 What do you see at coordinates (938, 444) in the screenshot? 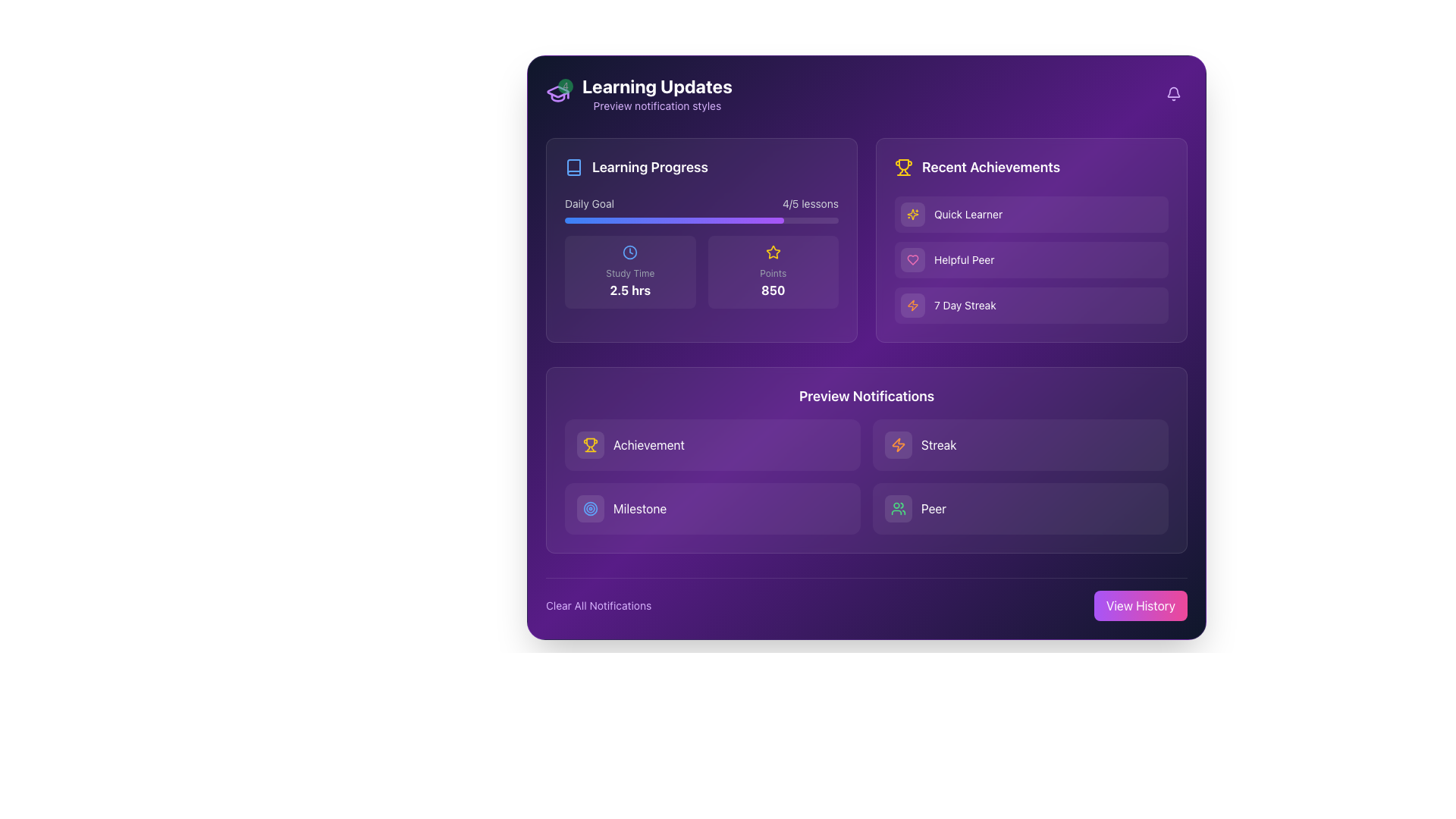
I see `the 'Streak' notification label located in the 'Preview Notifications' section of the interface, positioned in the second cell of the second row` at bounding box center [938, 444].